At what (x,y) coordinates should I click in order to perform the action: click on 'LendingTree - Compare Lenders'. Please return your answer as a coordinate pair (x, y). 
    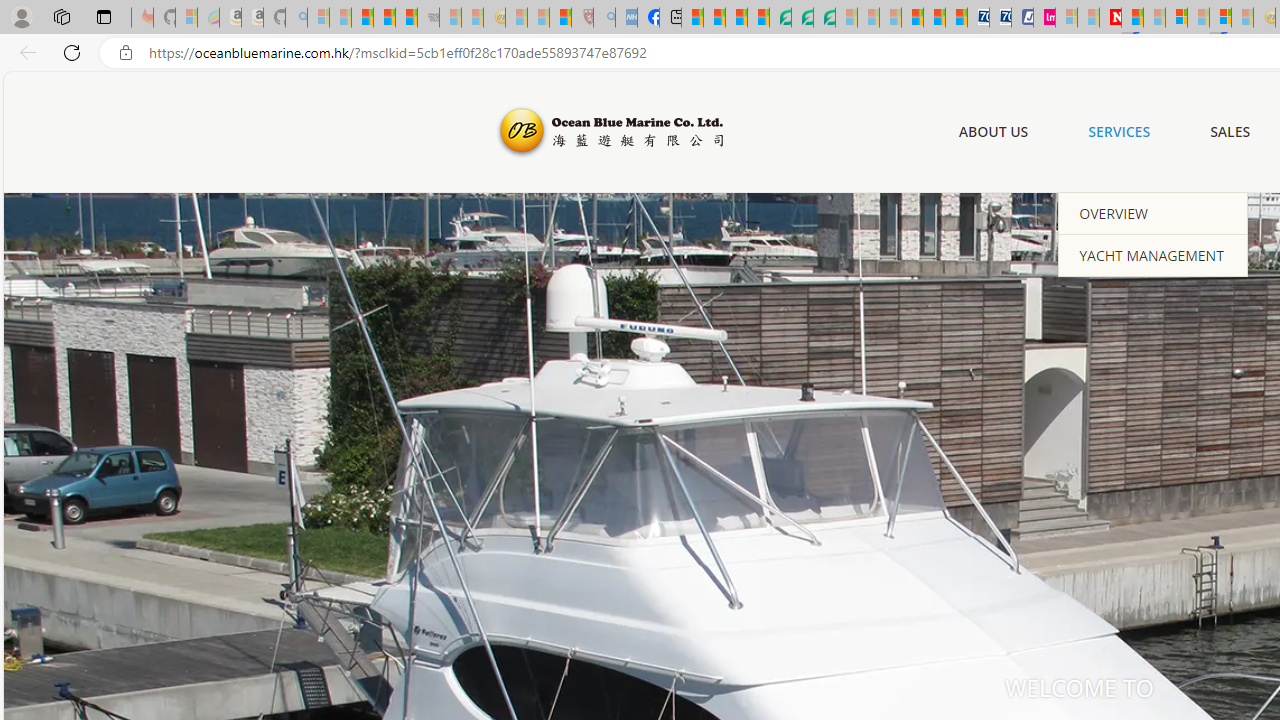
    Looking at the image, I should click on (779, 17).